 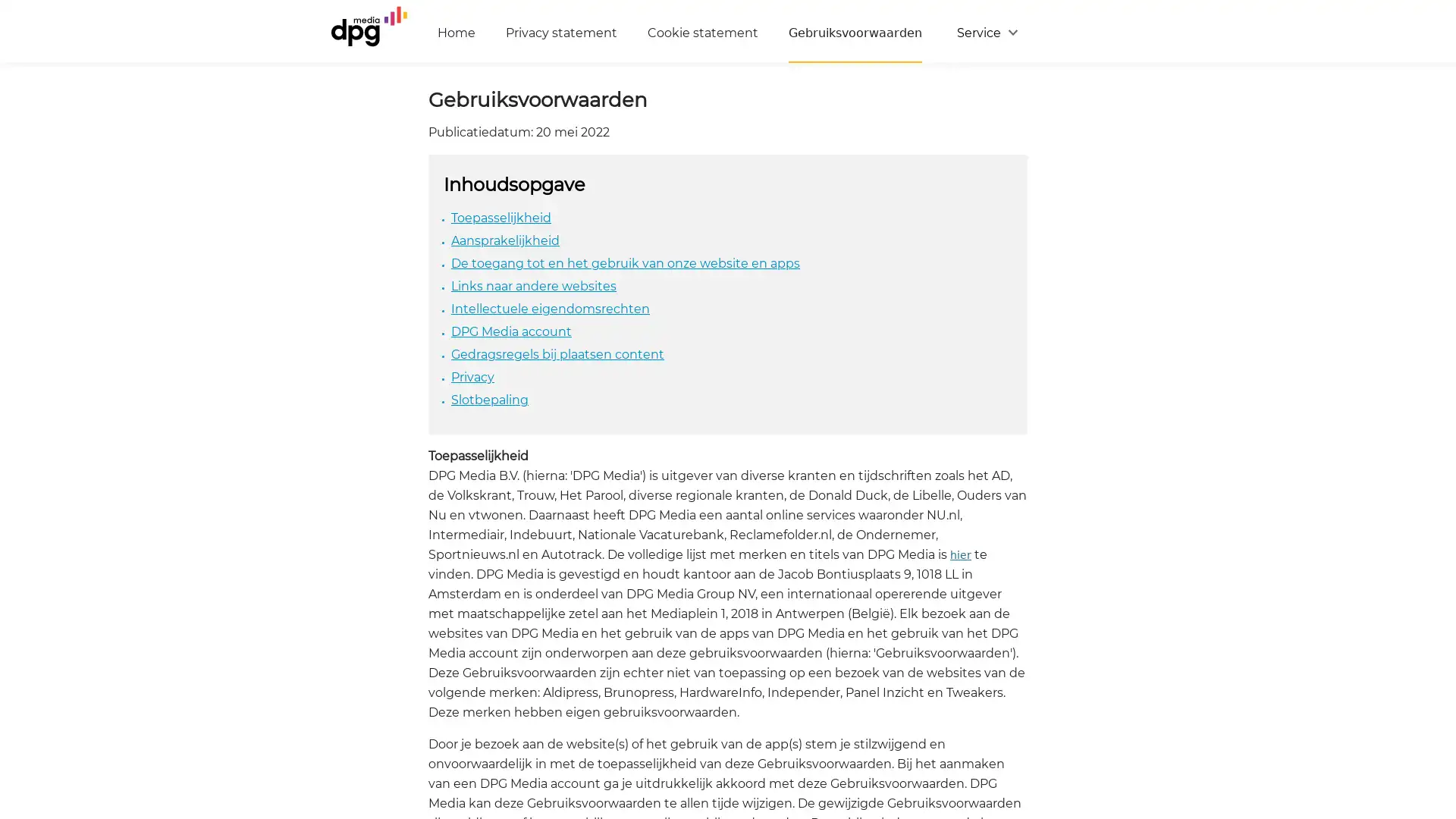 What do you see at coordinates (1436, 632) in the screenshot?
I see `close icon` at bounding box center [1436, 632].